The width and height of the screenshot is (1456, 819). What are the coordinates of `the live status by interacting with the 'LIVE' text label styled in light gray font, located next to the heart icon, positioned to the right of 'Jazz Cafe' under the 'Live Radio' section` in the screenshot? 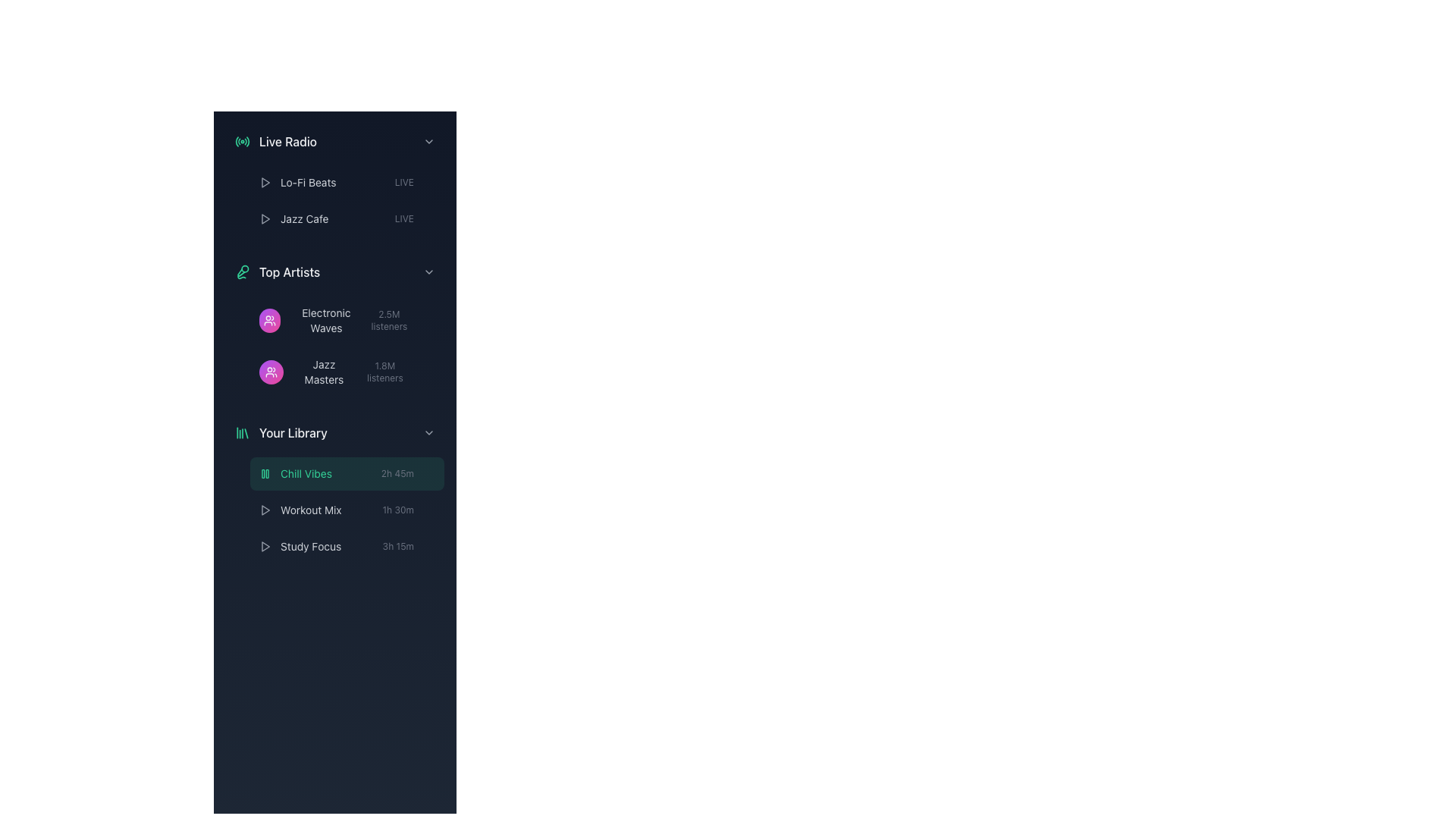 It's located at (415, 219).